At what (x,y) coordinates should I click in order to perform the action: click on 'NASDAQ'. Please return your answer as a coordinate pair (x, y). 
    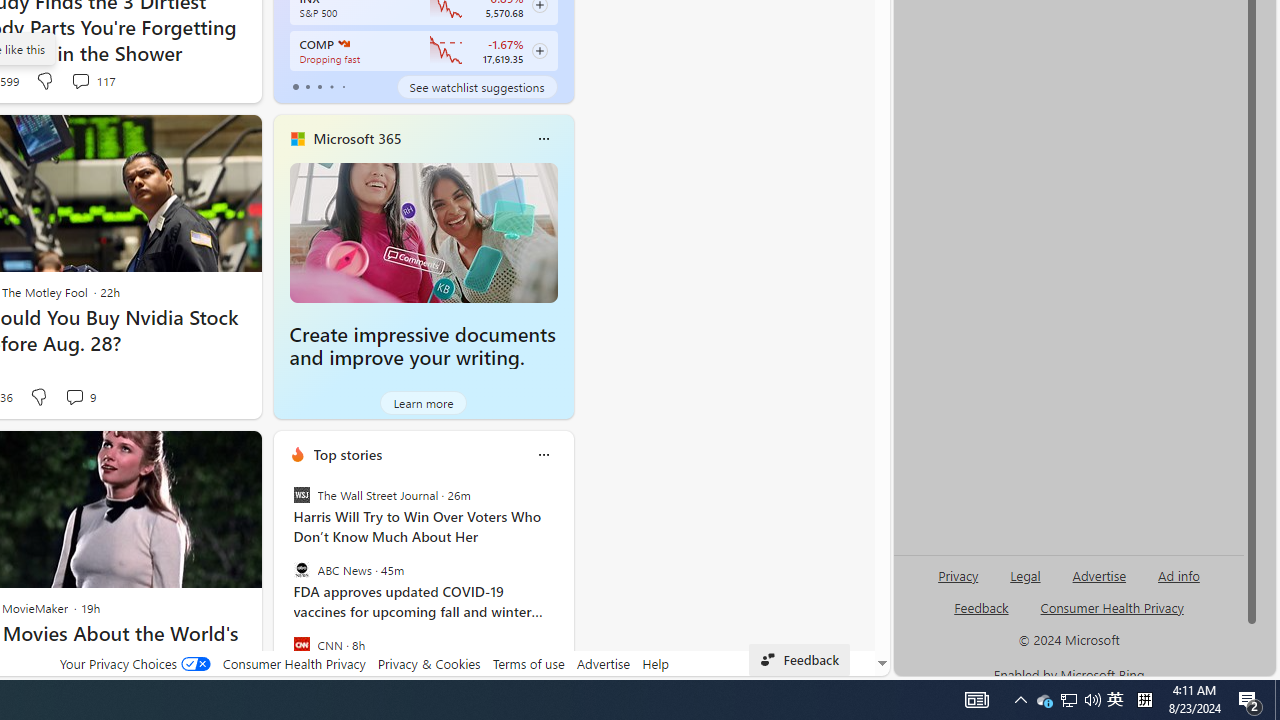
    Looking at the image, I should click on (343, 43).